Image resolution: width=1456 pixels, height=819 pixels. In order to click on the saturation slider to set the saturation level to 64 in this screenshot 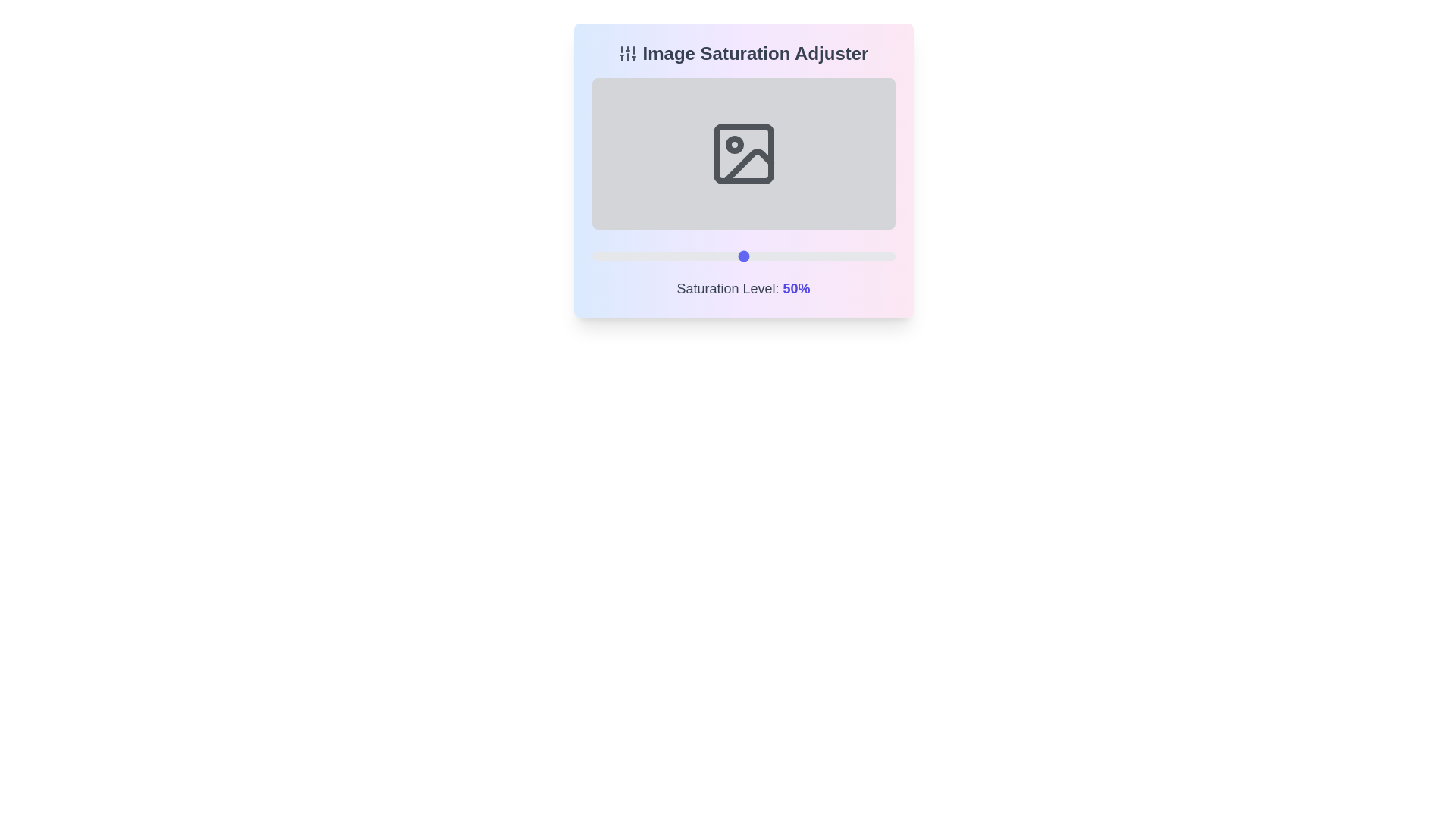, I will do `click(786, 256)`.